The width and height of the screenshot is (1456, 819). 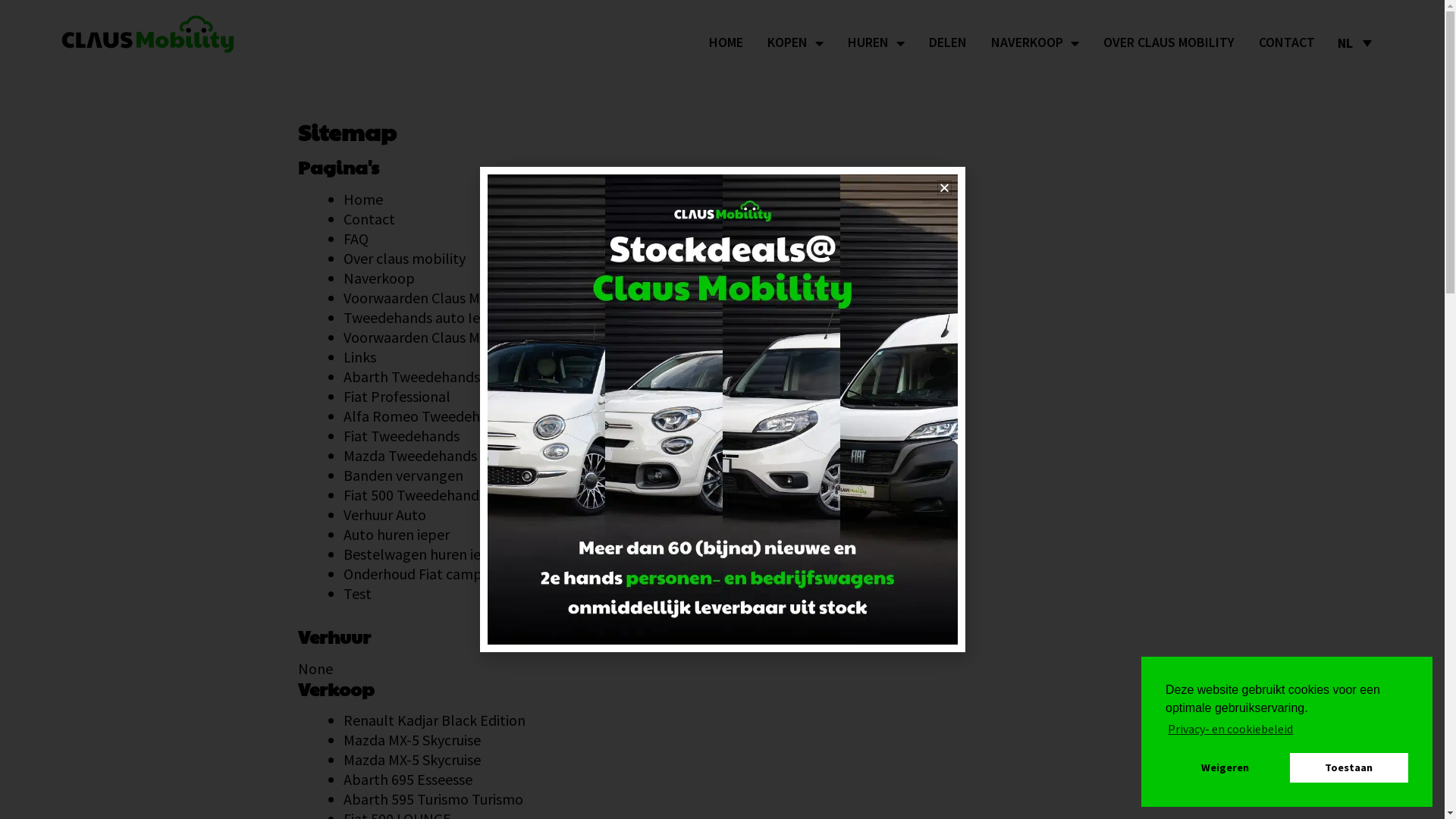 I want to click on 'Privacy- en cookiebeleid', so click(x=1230, y=727).